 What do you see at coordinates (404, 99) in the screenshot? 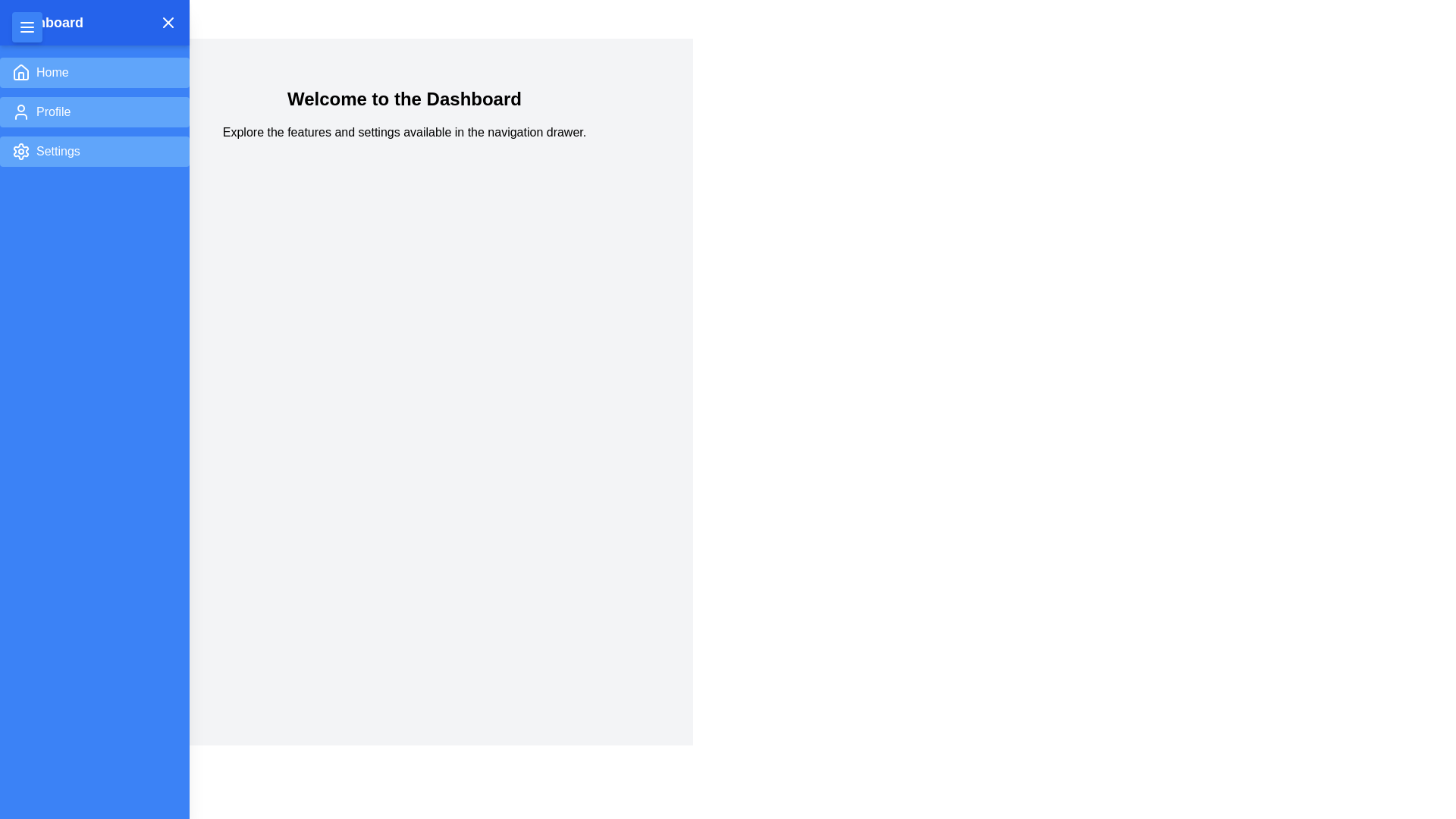
I see `the Text Header that signifies the start of the main dashboard content, located at the top of the main content area` at bounding box center [404, 99].